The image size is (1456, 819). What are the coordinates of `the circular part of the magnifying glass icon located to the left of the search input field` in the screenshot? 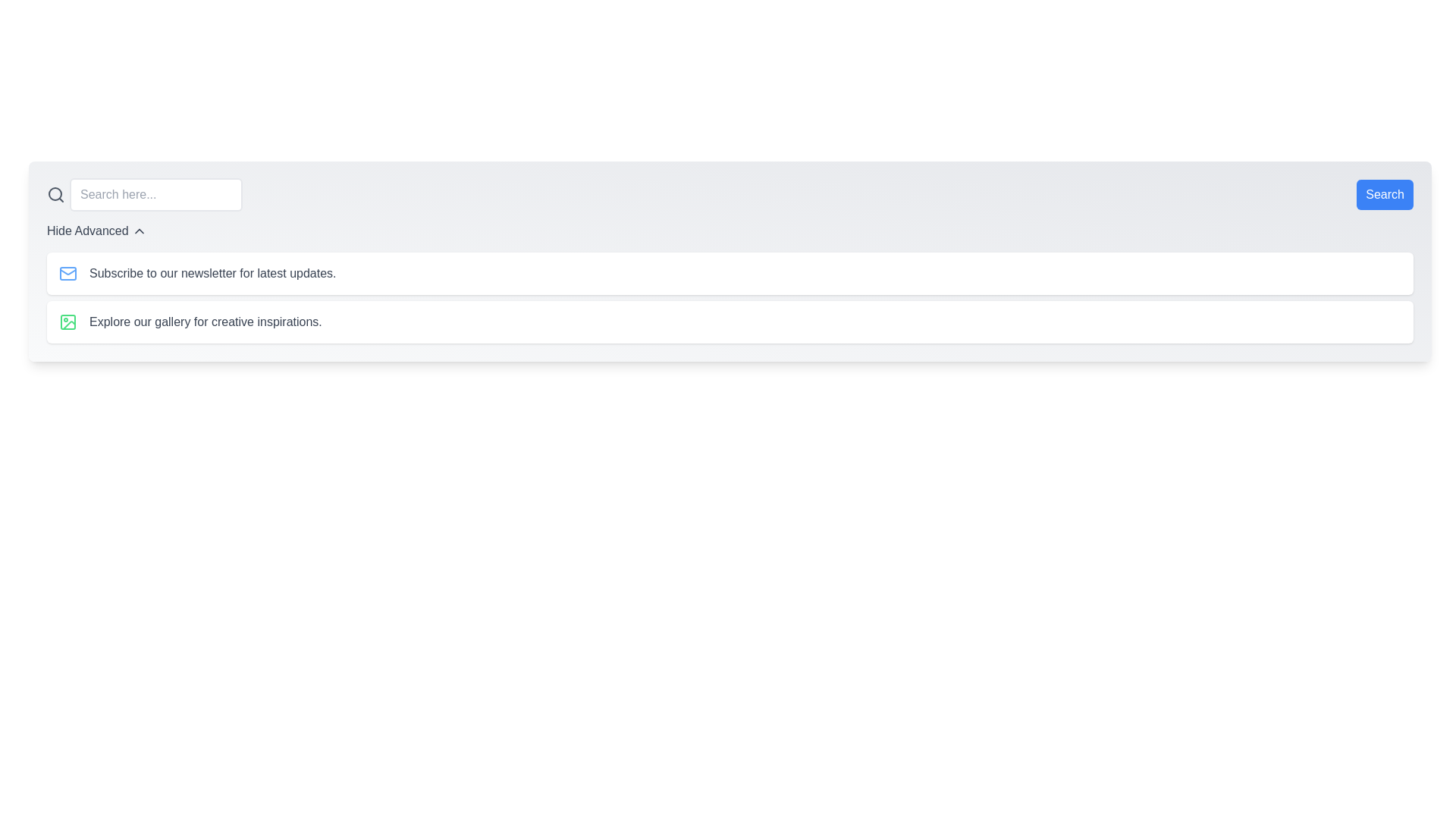 It's located at (55, 193).